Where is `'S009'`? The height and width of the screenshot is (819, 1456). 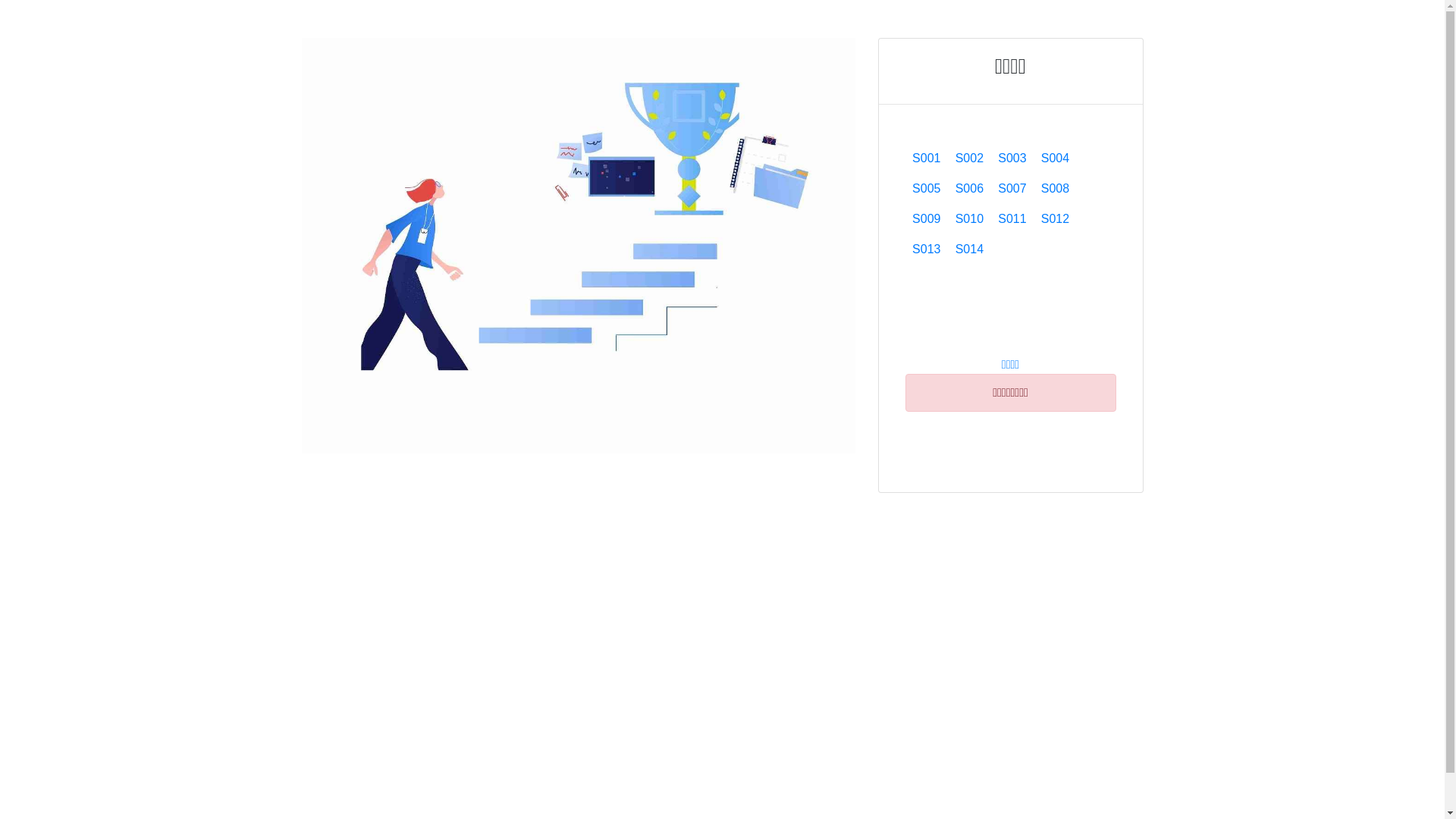 'S009' is located at coordinates (926, 219).